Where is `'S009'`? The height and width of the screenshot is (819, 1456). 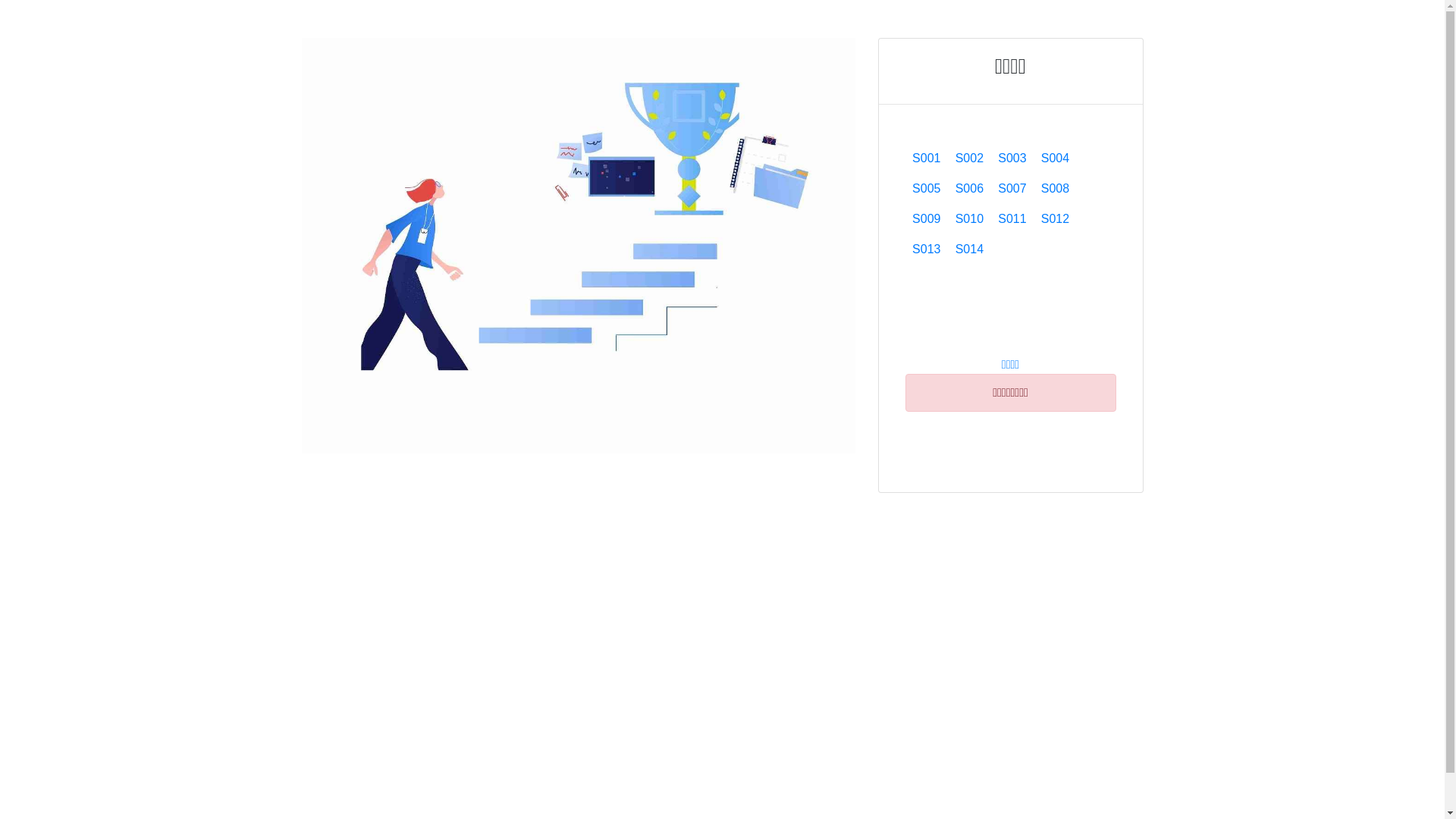 'S009' is located at coordinates (926, 219).